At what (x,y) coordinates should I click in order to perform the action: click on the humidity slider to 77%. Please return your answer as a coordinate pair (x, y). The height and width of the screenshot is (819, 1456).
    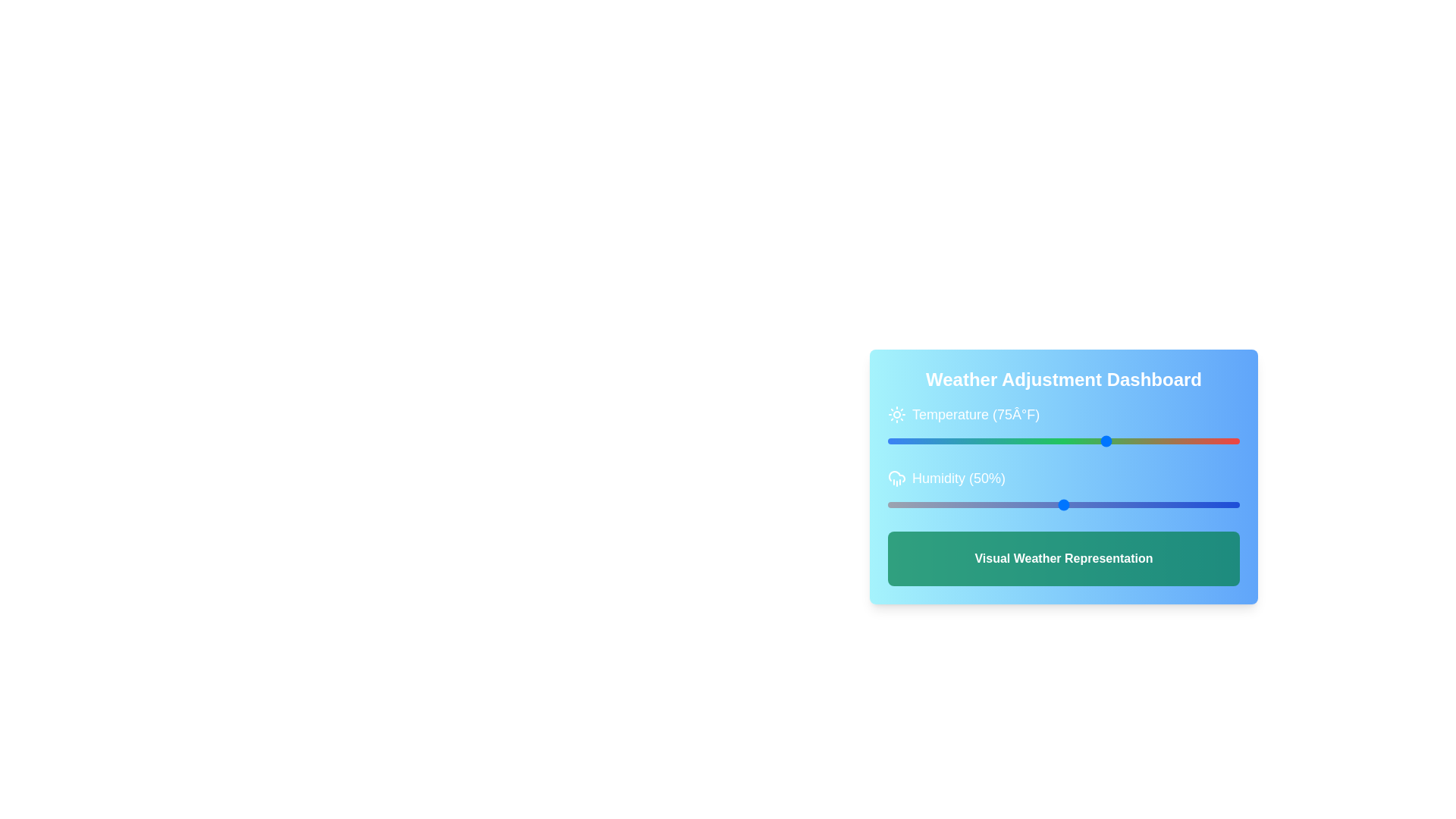
    Looking at the image, I should click on (1158, 505).